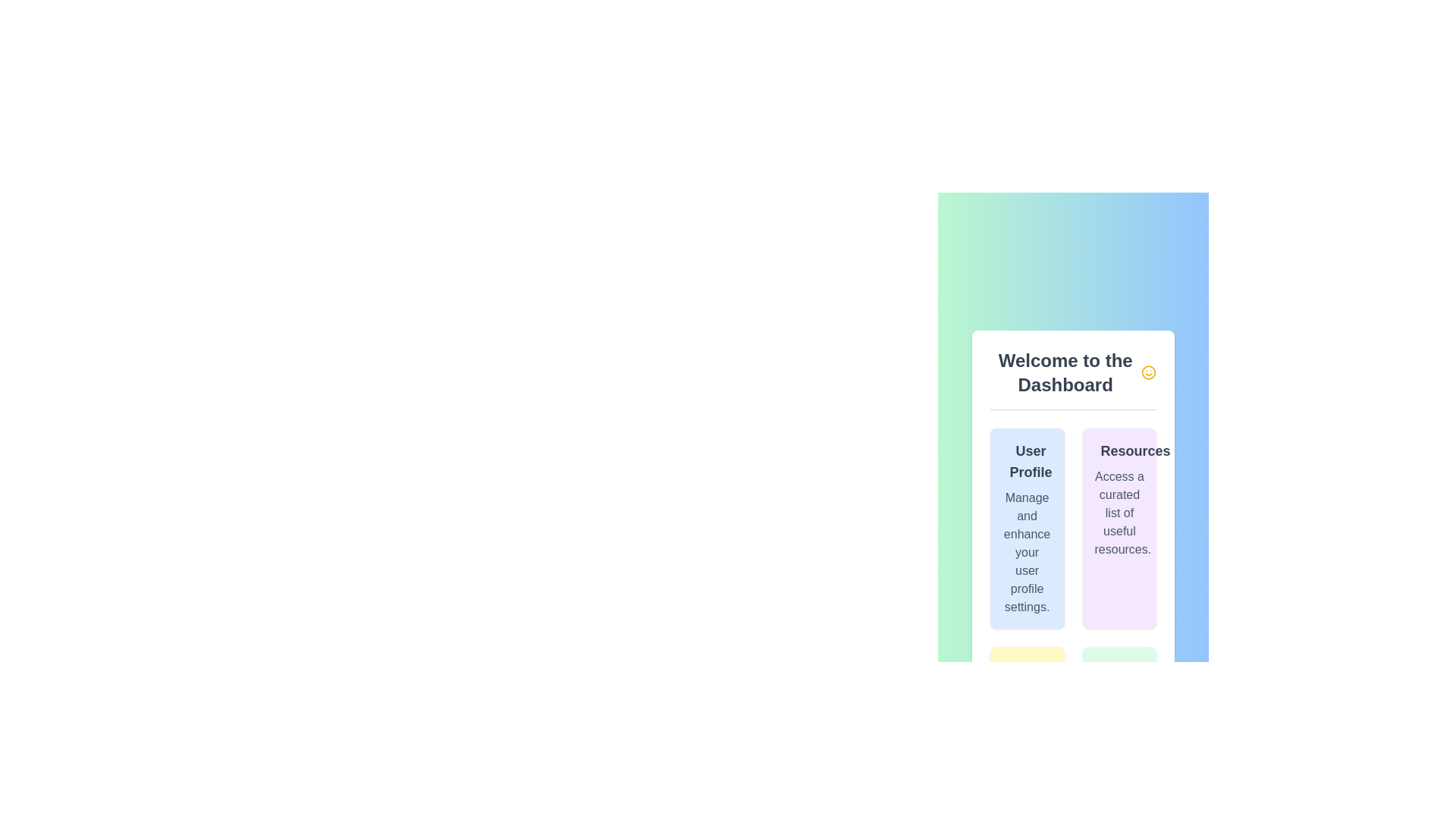 This screenshot has height=819, width=1456. What do you see at coordinates (1027, 460) in the screenshot?
I see `'User Profile' text label, which is displayed in a larger and bold font style, indicating its importance as a title for the section` at bounding box center [1027, 460].